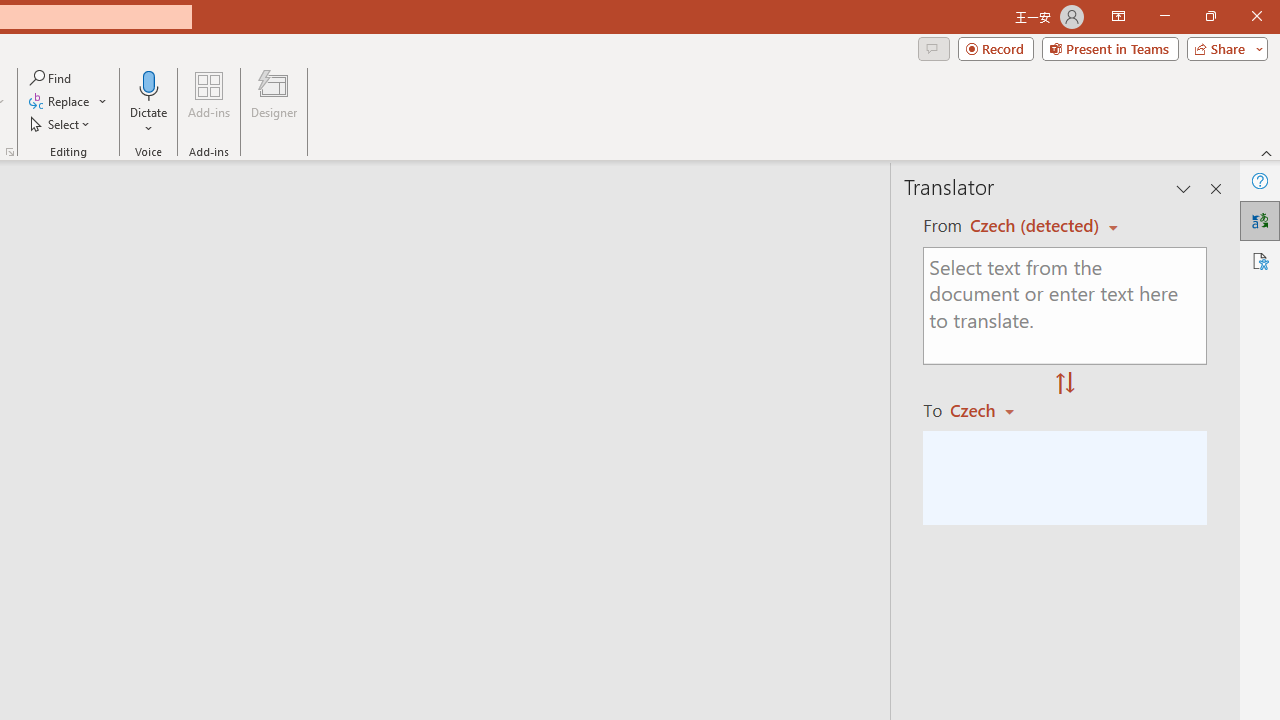  Describe the element at coordinates (1259, 260) in the screenshot. I see `'Accessibility'` at that location.